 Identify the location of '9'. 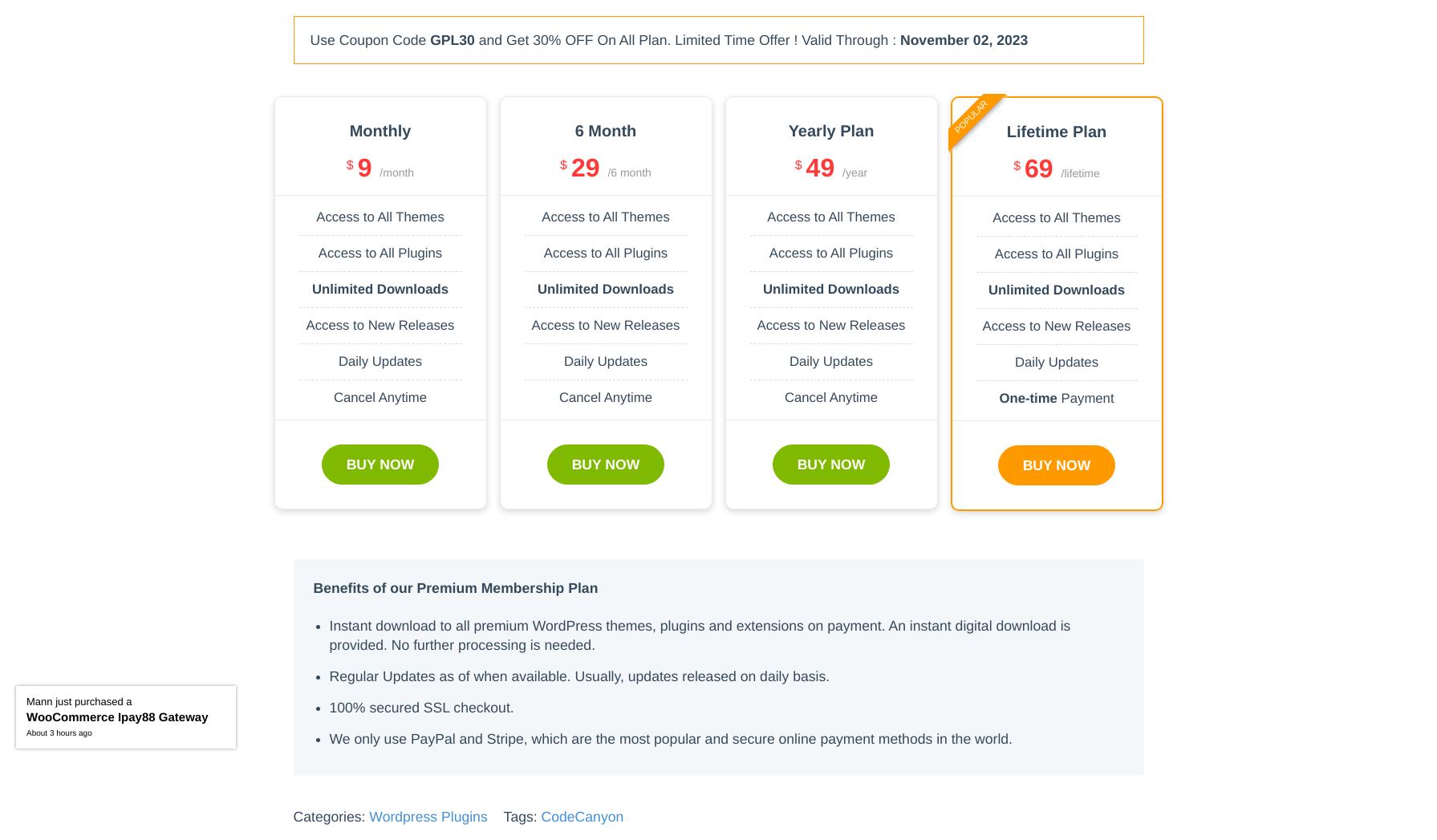
(357, 166).